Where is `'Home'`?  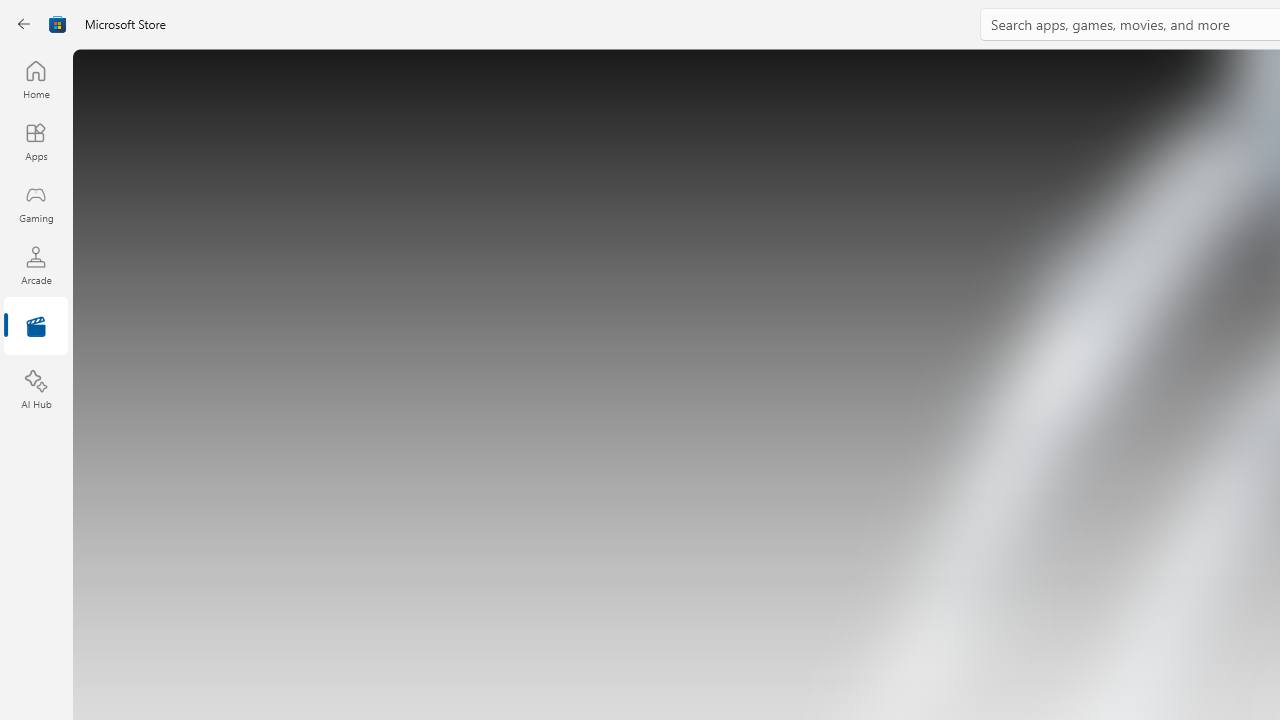 'Home' is located at coordinates (35, 78).